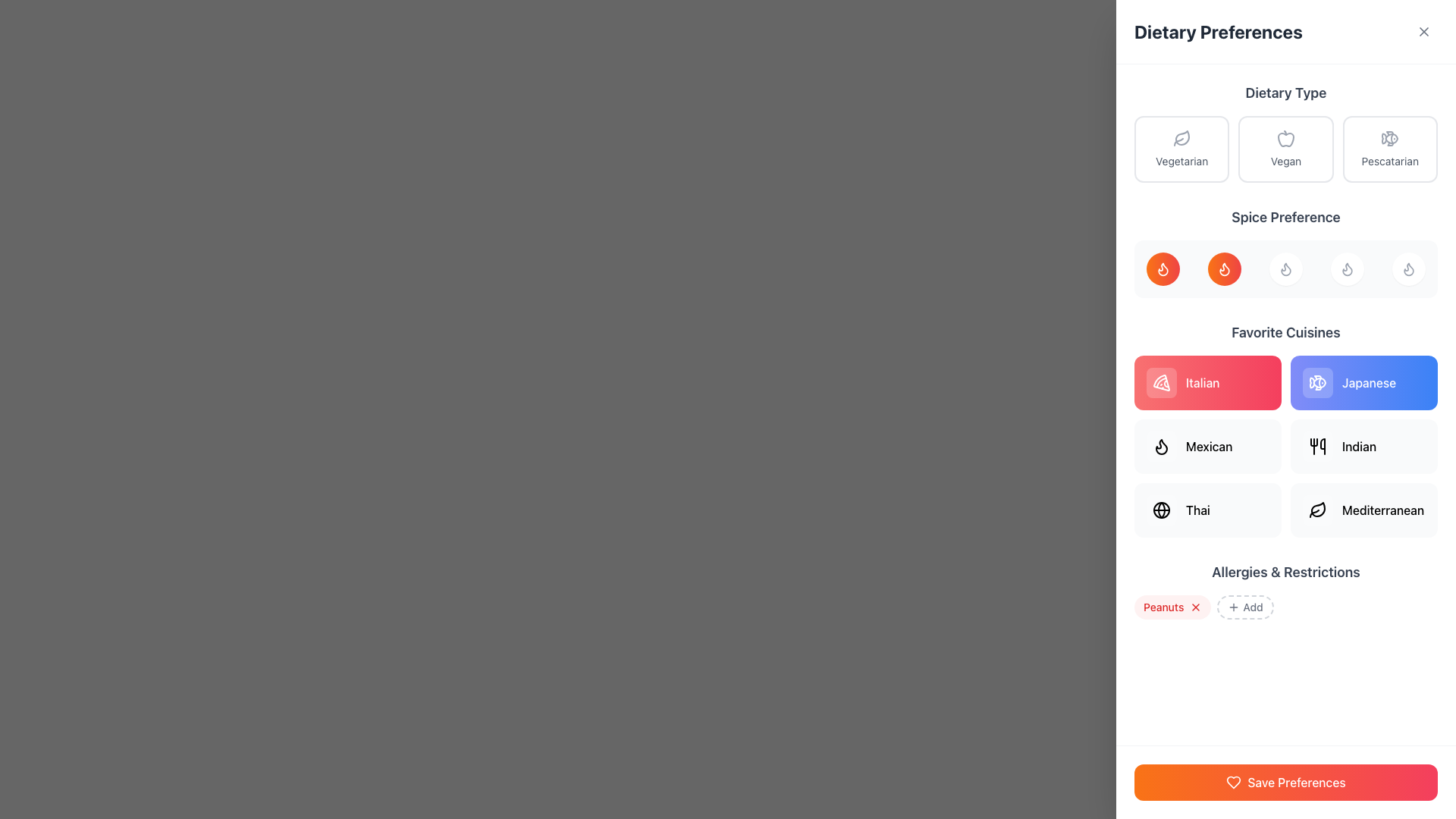 This screenshot has width=1456, height=819. I want to click on the fifth circular button representing spice preference for keyboard navigation, located in the 'Spice Preference' section, so click(1407, 268).